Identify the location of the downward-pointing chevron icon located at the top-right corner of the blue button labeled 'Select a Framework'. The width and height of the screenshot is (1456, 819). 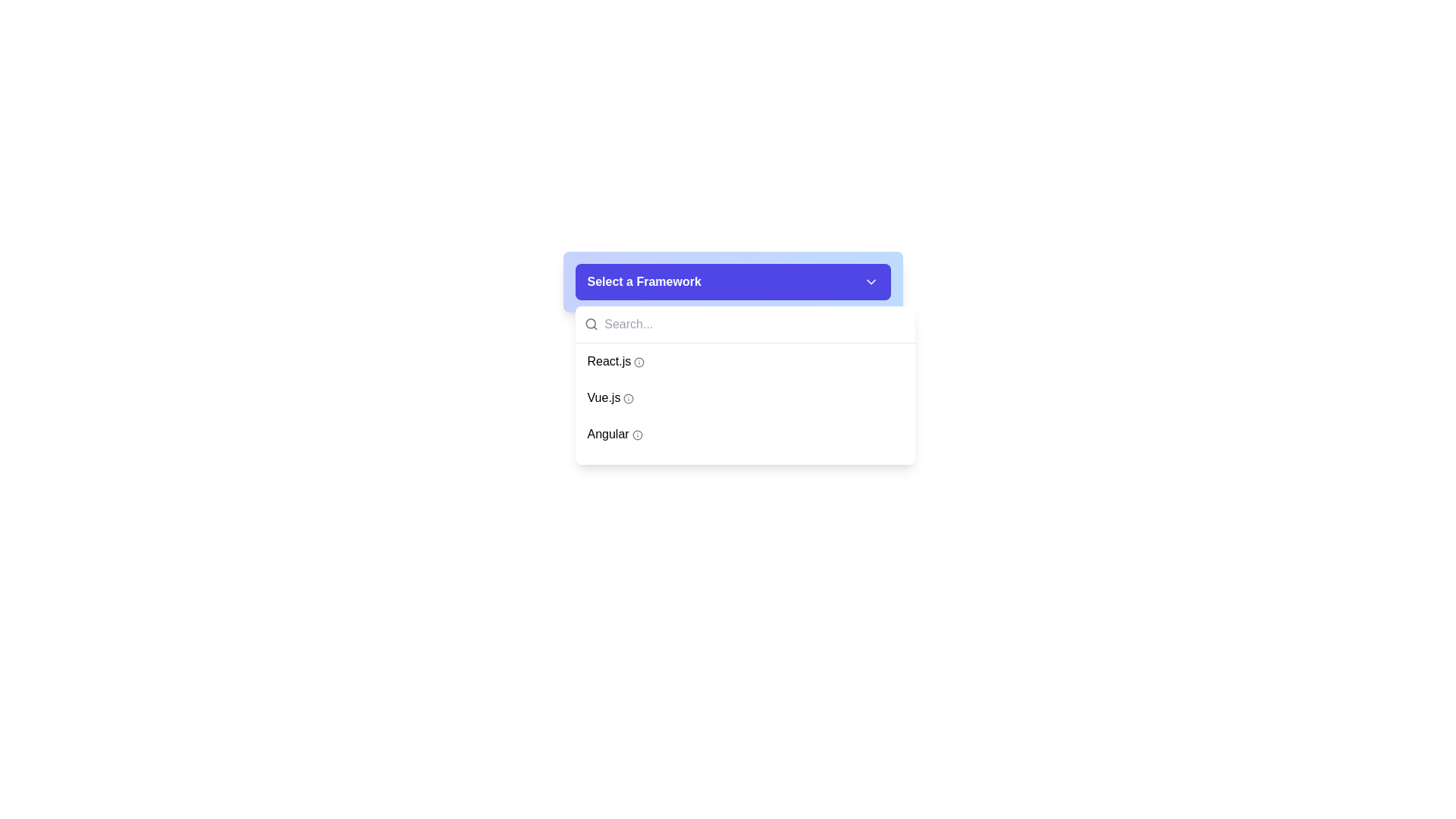
(871, 281).